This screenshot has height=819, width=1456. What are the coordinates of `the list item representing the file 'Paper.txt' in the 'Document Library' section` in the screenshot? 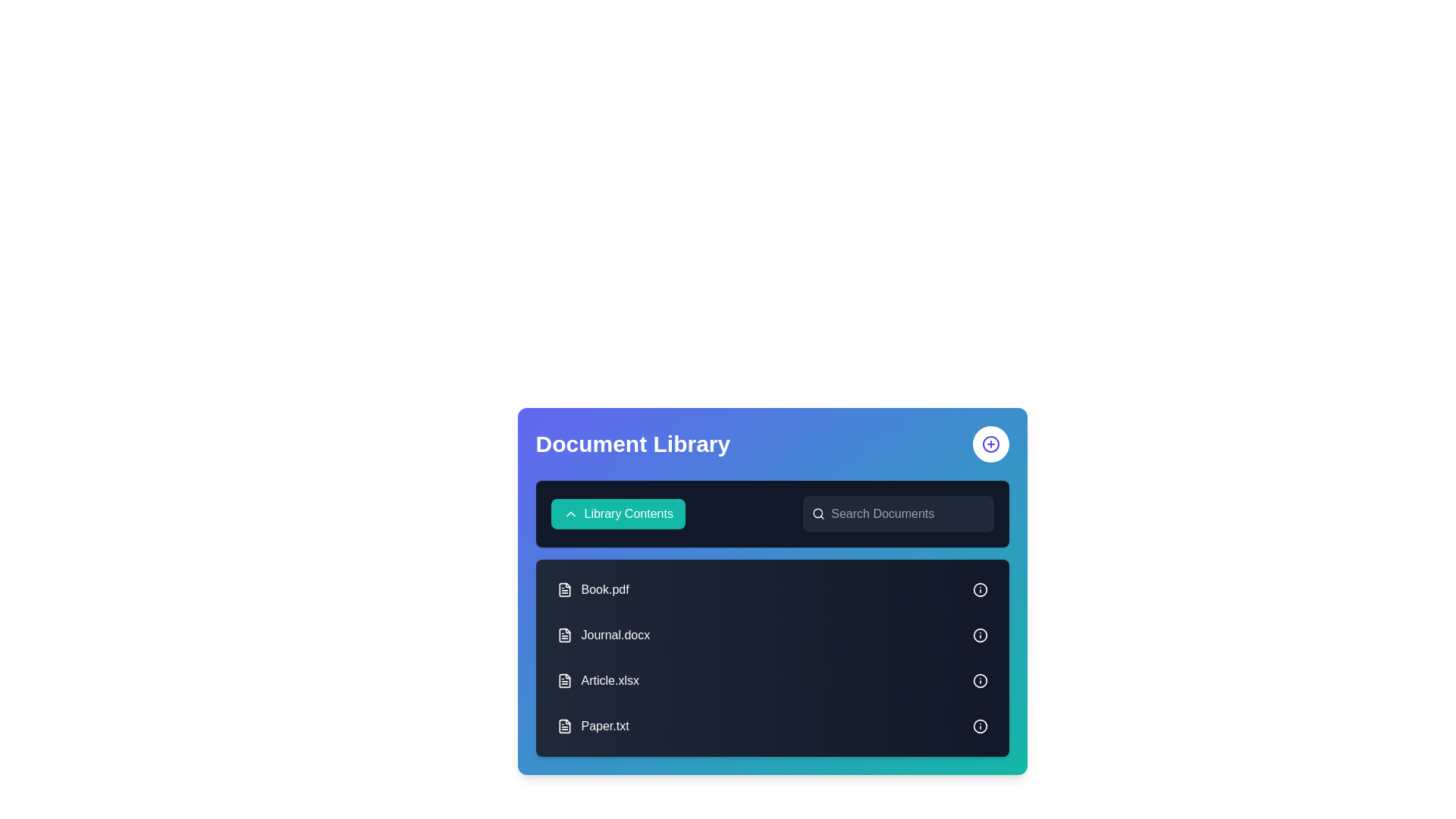 It's located at (772, 725).